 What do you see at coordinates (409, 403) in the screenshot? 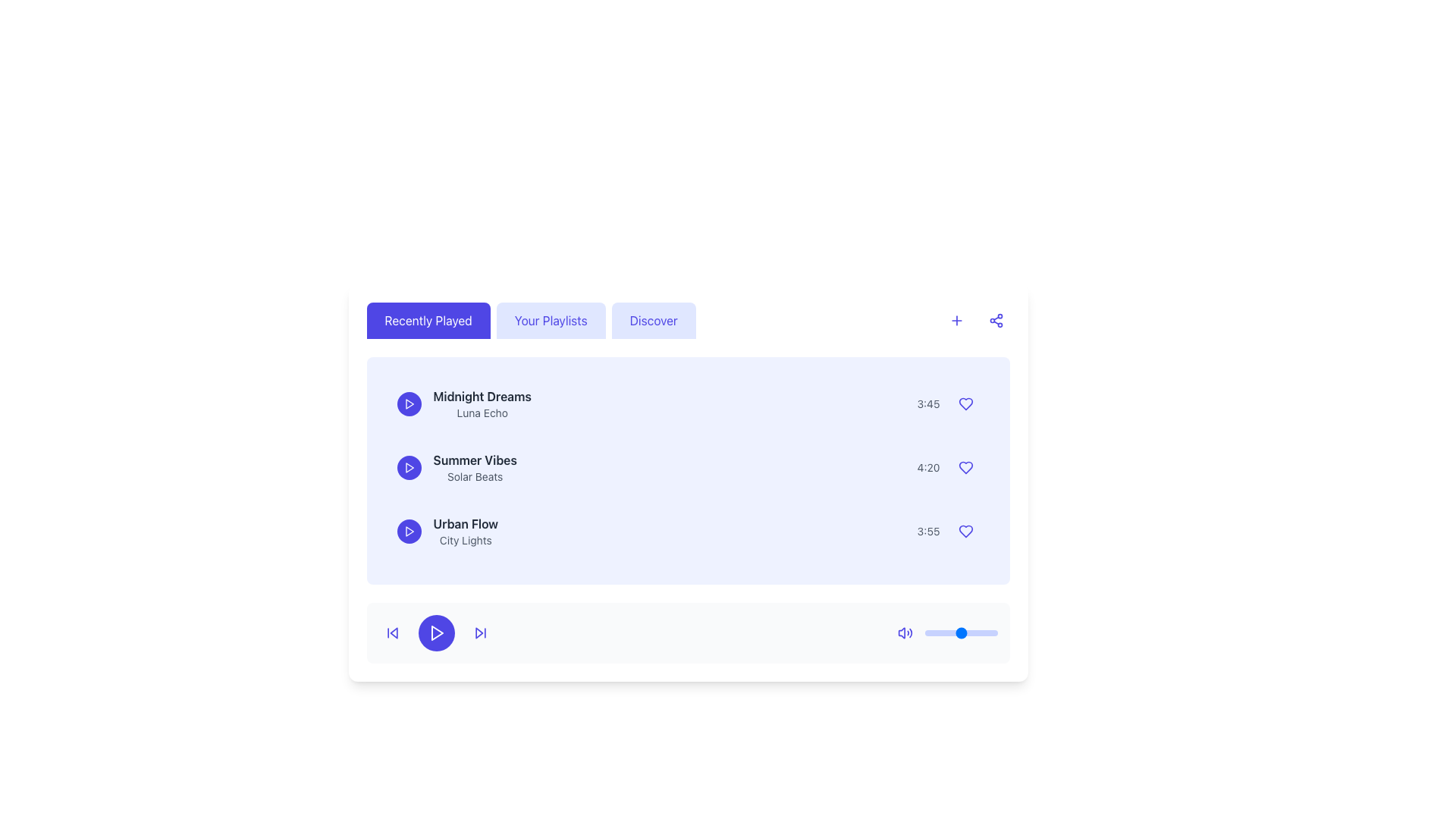
I see `the circular button with a purple background and a white play icon, located to the left of the 'Midnight Dreams' text, to play the song` at bounding box center [409, 403].